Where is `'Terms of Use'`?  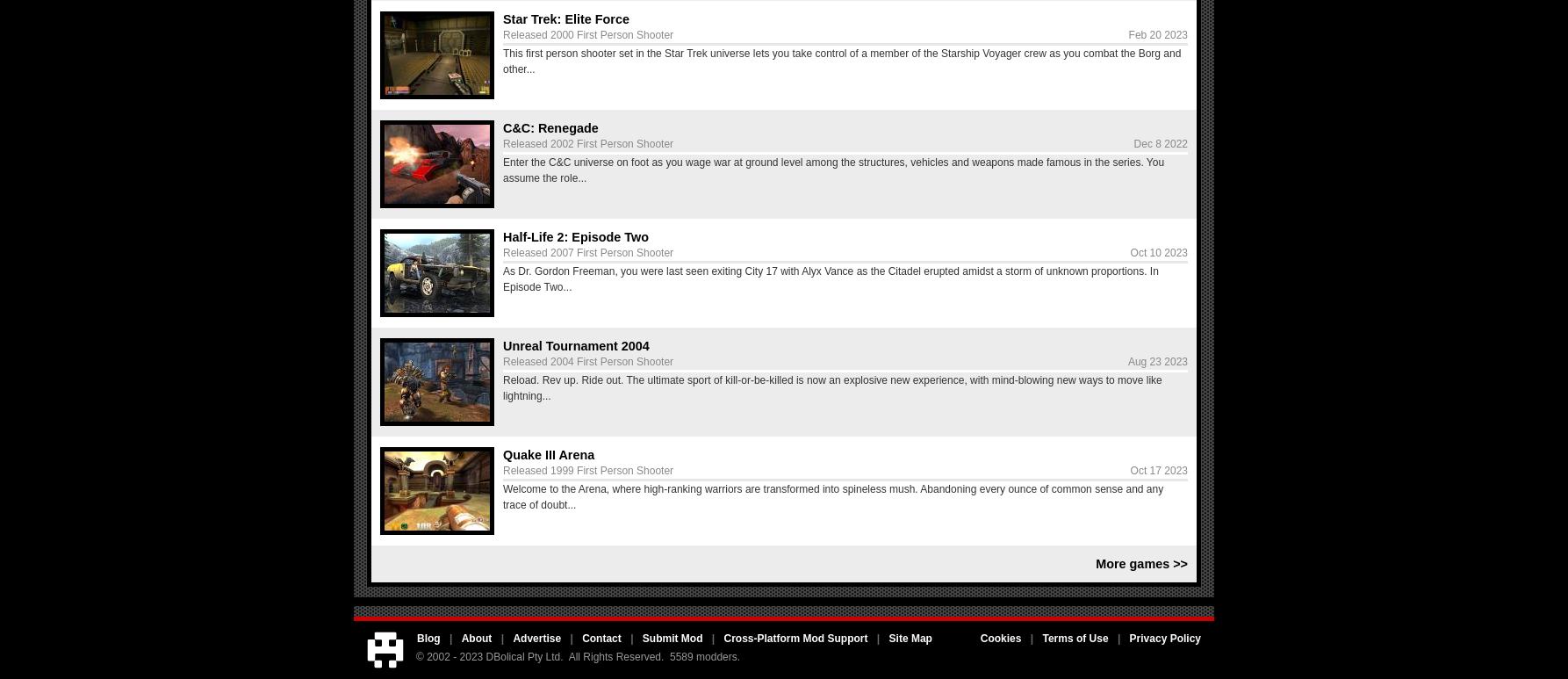 'Terms of Use' is located at coordinates (1075, 639).